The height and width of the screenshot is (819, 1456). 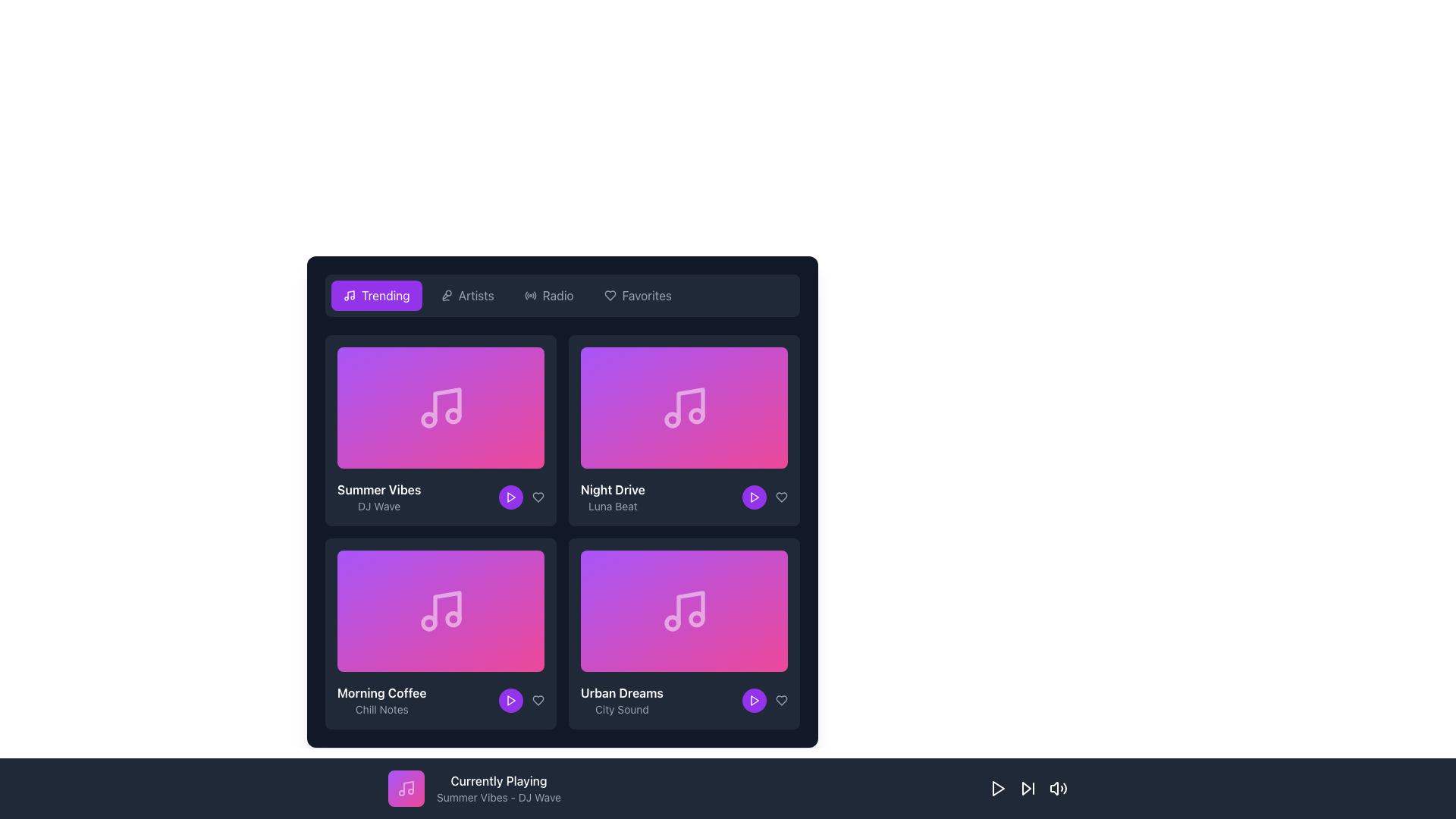 I want to click on the heart icon within the controls for the 'Summer Vibes' track to like the track, so click(x=521, y=497).